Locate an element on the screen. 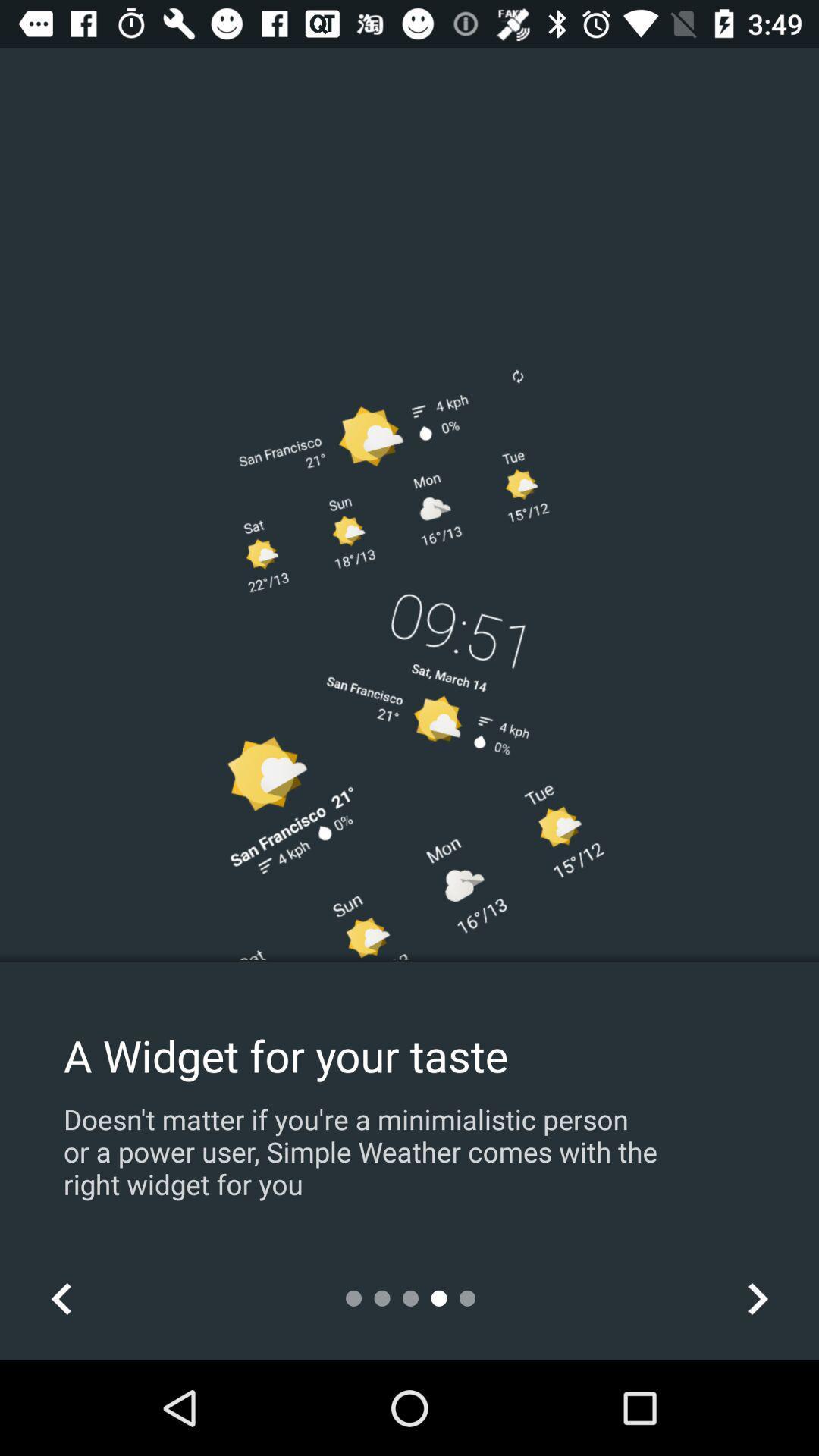 The image size is (819, 1456). the arrow_forward icon is located at coordinates (757, 1298).